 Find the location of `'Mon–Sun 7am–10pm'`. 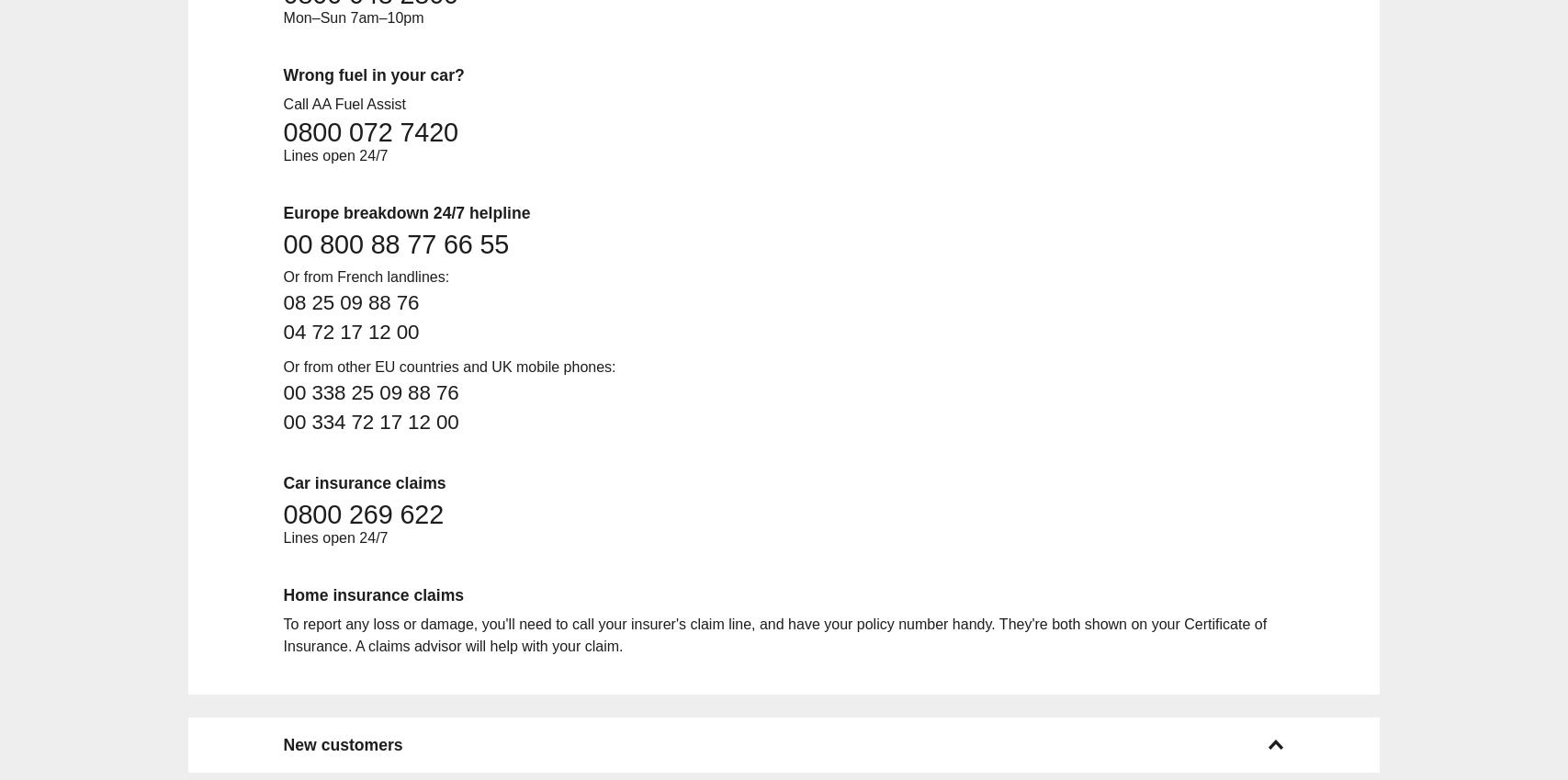

'Mon–Sun 7am–10pm' is located at coordinates (353, 16).